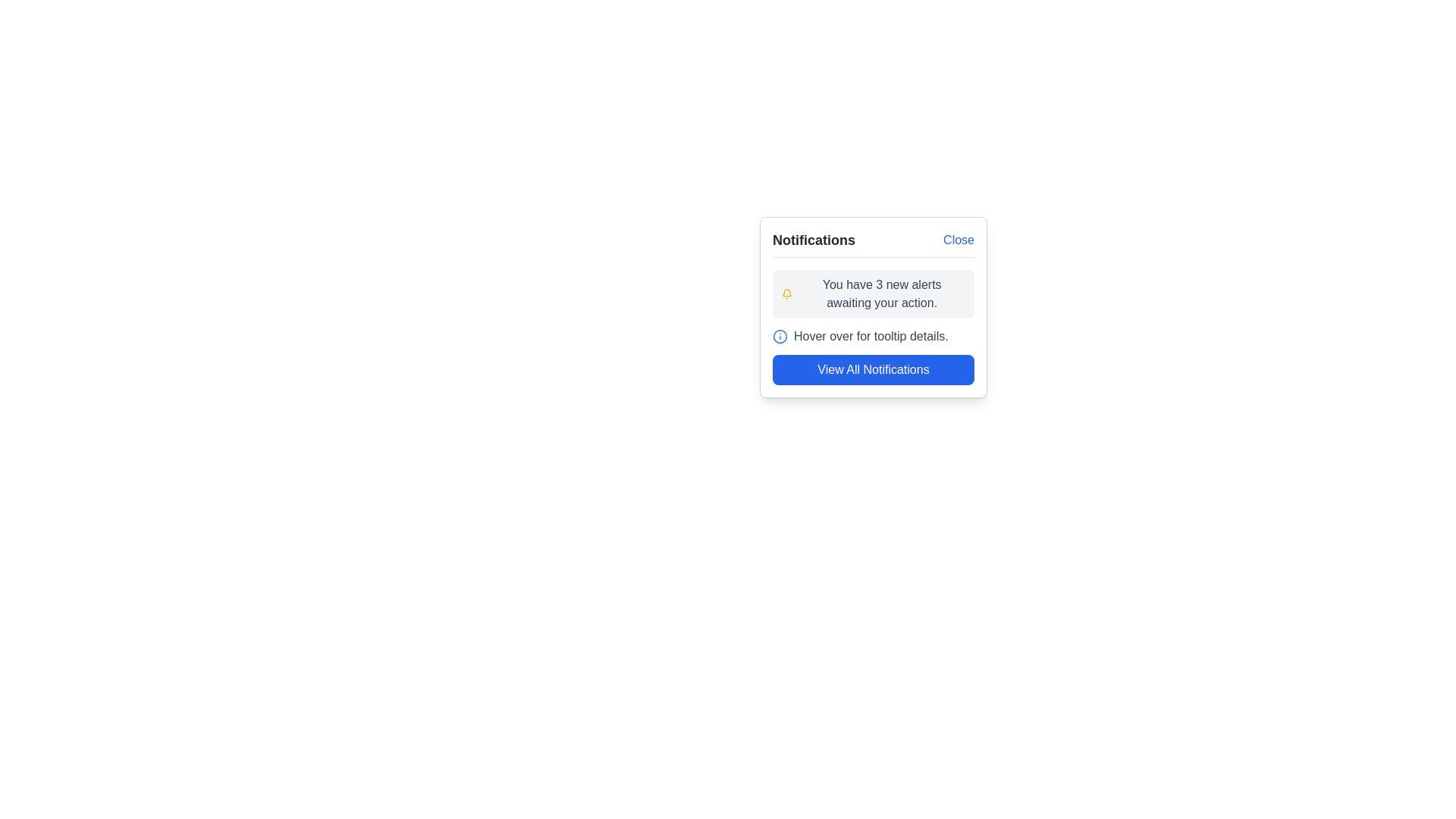  Describe the element at coordinates (958, 239) in the screenshot. I see `the blue text link labeled 'Close' located in the header section of the notification panel` at that location.